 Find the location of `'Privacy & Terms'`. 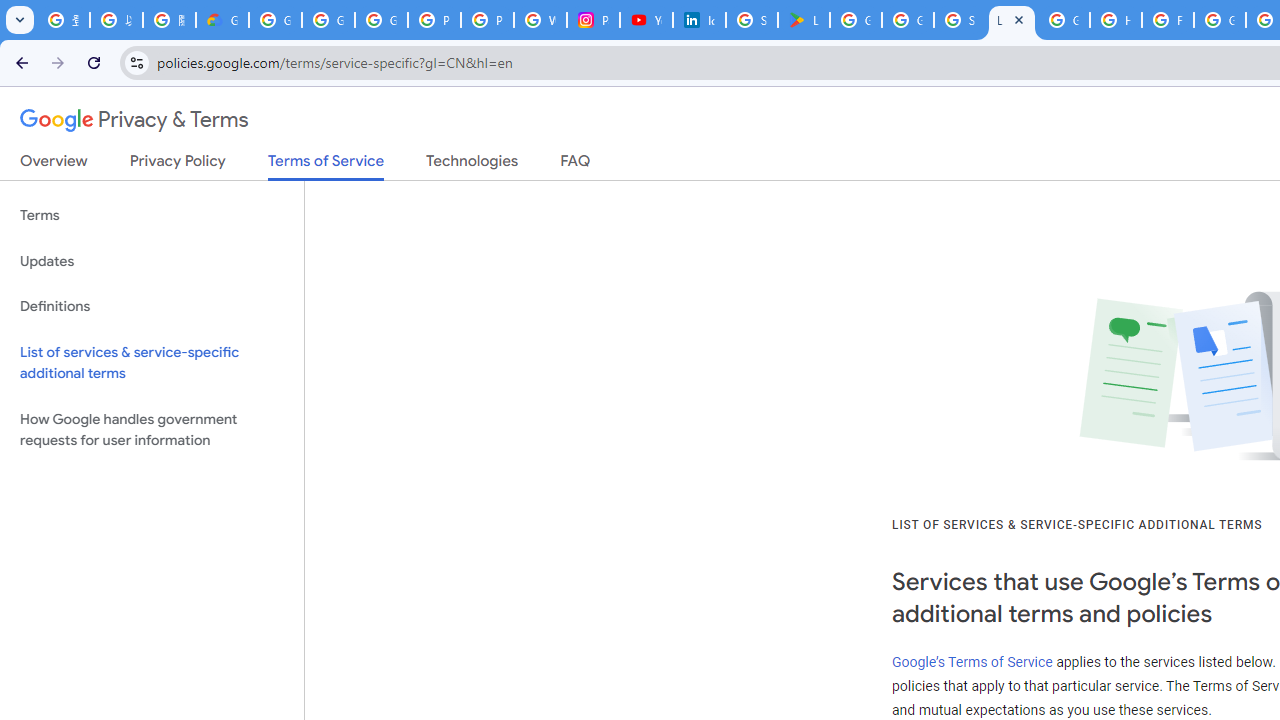

'Privacy & Terms' is located at coordinates (134, 120).